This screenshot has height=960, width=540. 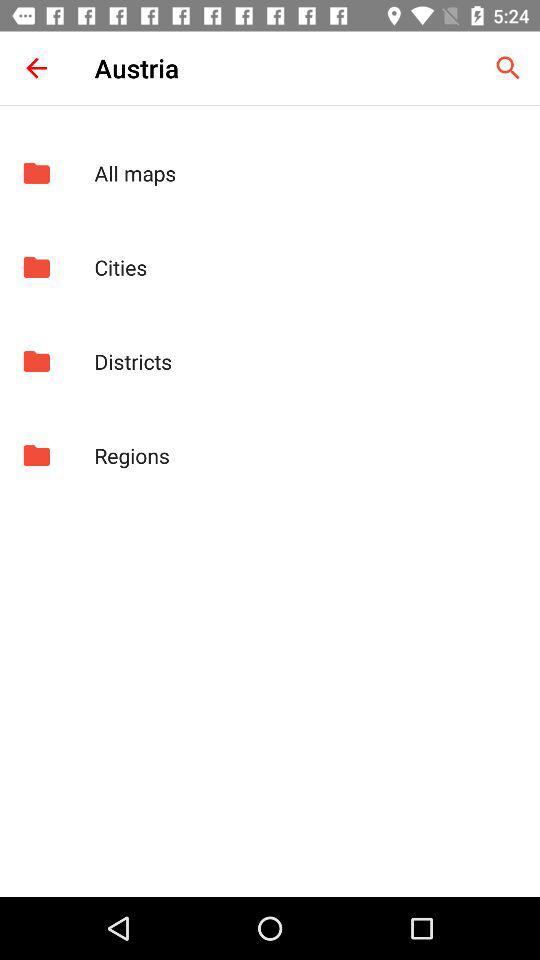 I want to click on the item next to regions item, so click(x=36, y=455).